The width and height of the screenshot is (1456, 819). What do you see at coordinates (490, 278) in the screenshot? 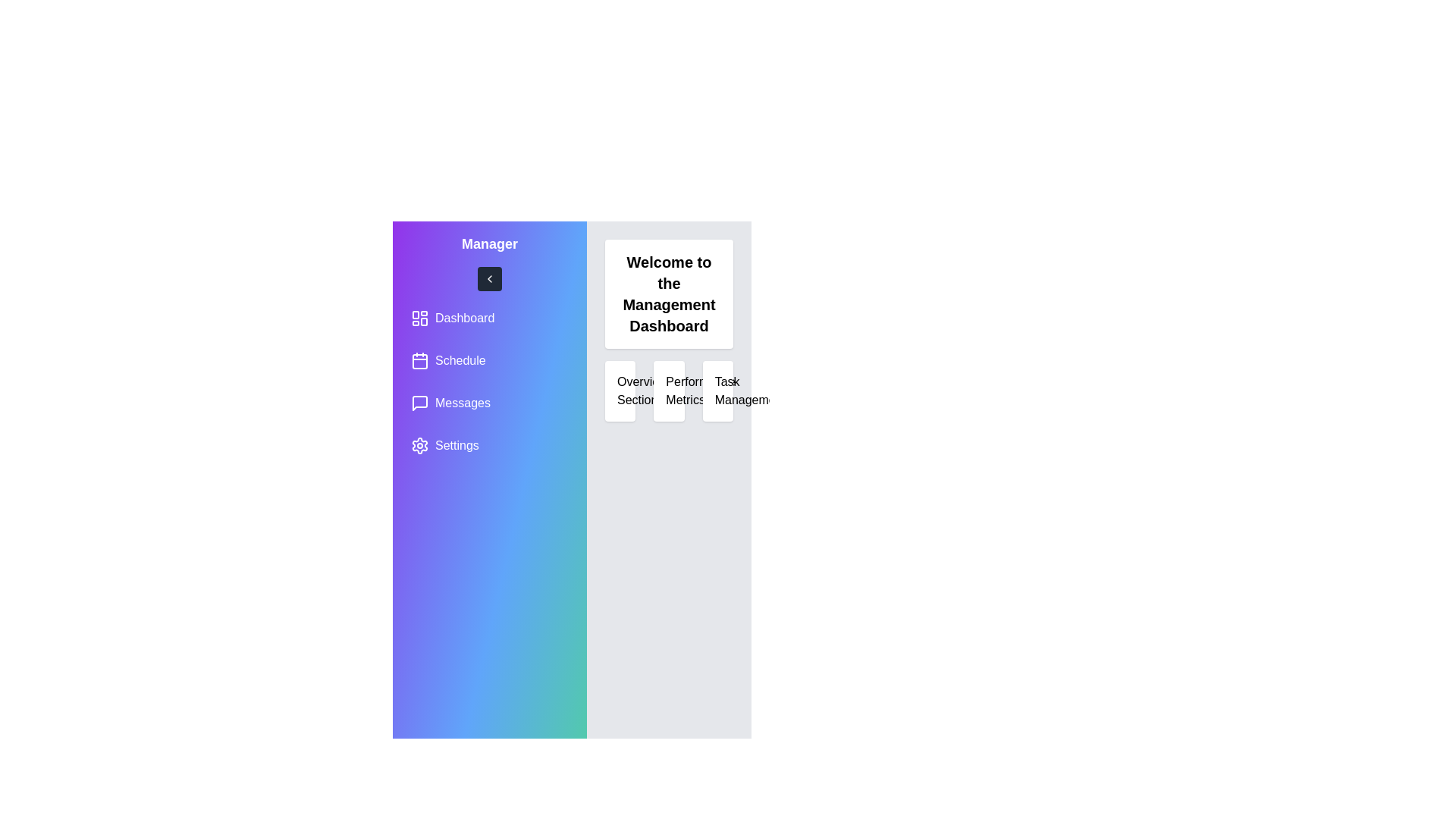
I see `the leftward-pointing chevron icon button, which is a white arrow outline on a dark gray circular background, located at the top of the sidebar below the 'Manager' title` at bounding box center [490, 278].